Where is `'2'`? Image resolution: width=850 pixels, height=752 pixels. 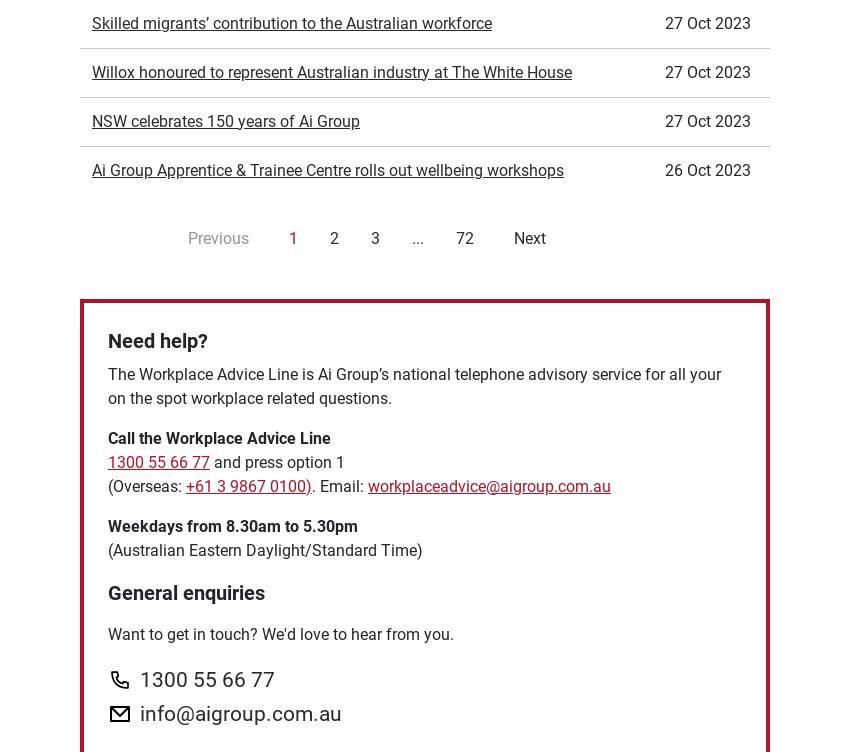 '2' is located at coordinates (333, 14).